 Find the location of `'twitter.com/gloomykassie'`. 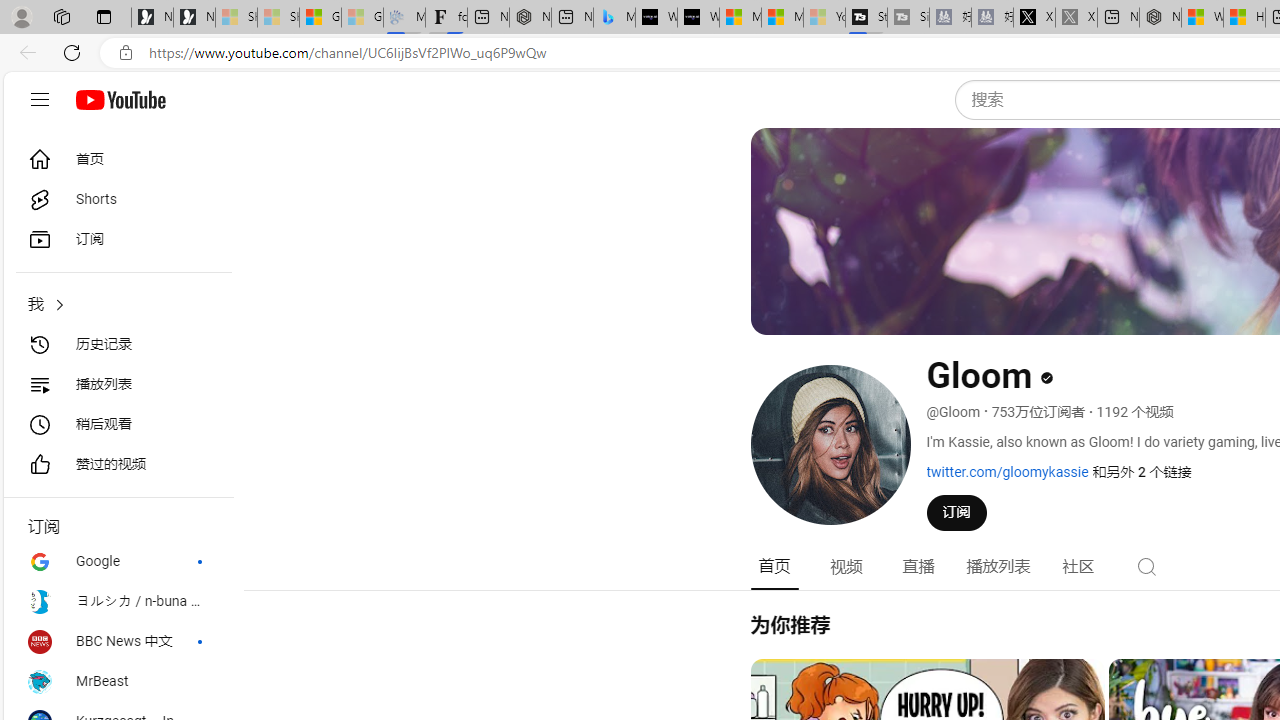

'twitter.com/gloomykassie' is located at coordinates (1007, 471).